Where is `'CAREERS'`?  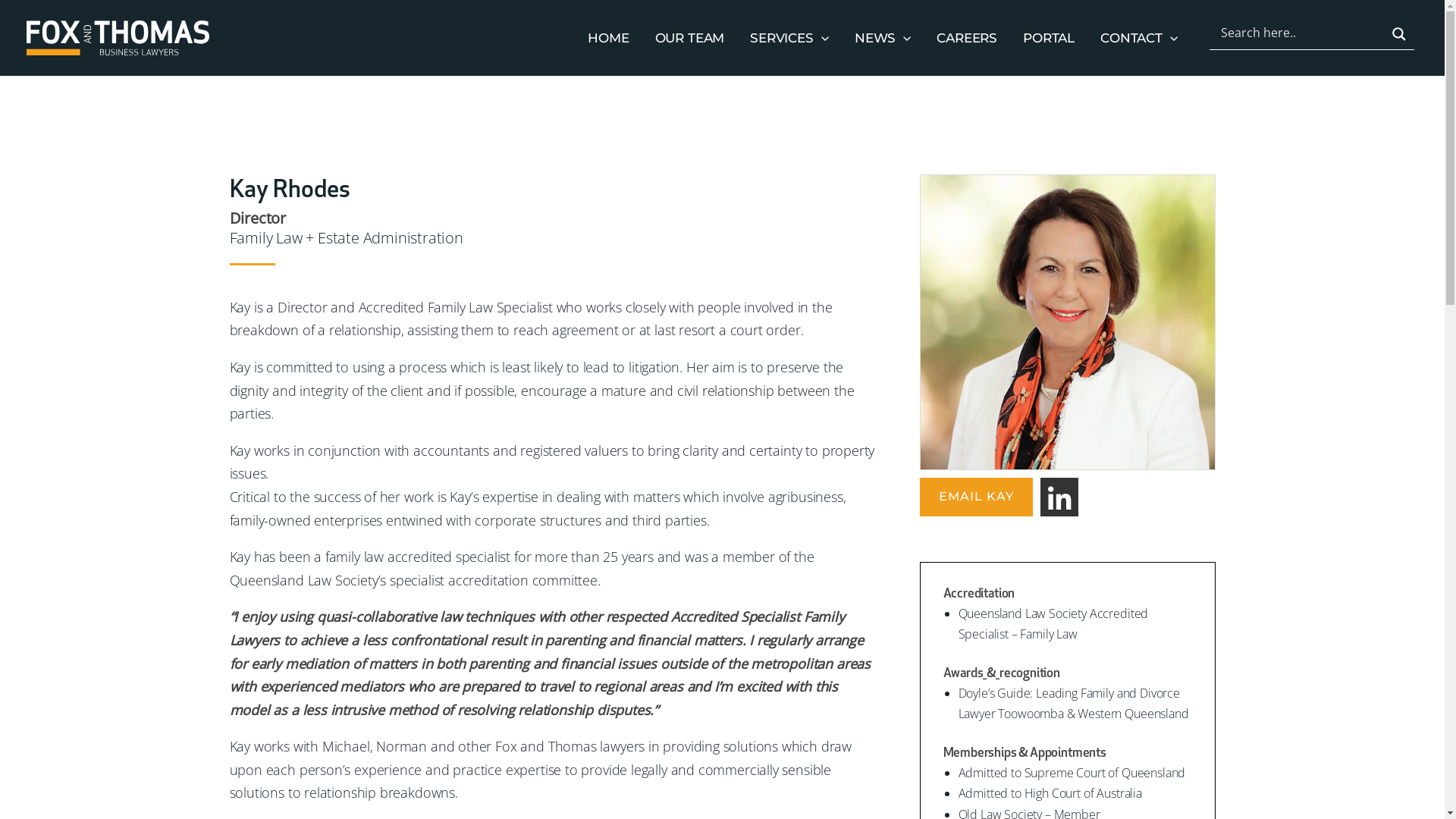
'CAREERS' is located at coordinates (966, 37).